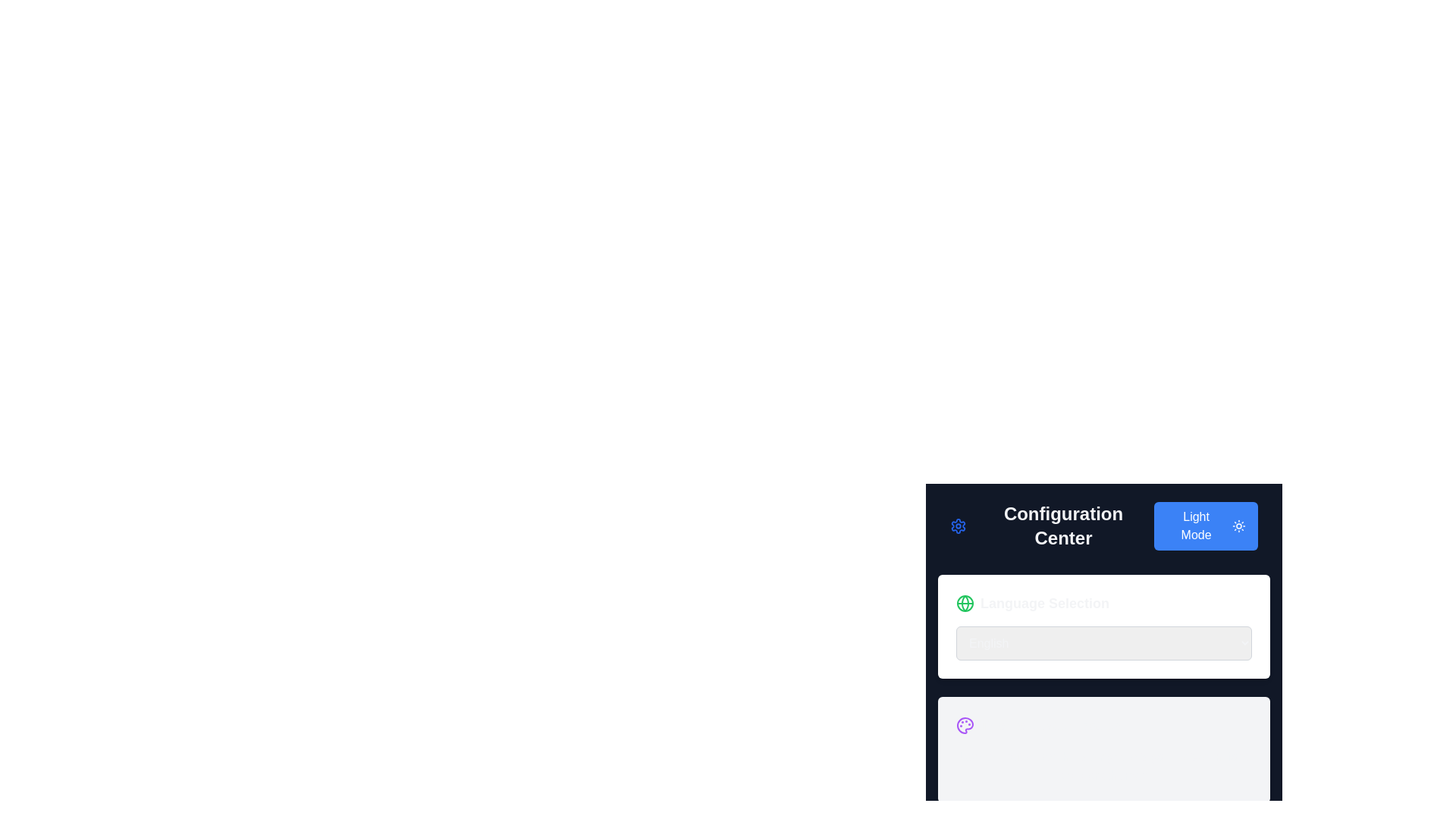 The height and width of the screenshot is (819, 1456). I want to click on the dropdown menu labeled 'Language Selection' in the 'Configuration Center' interface, so click(1103, 643).